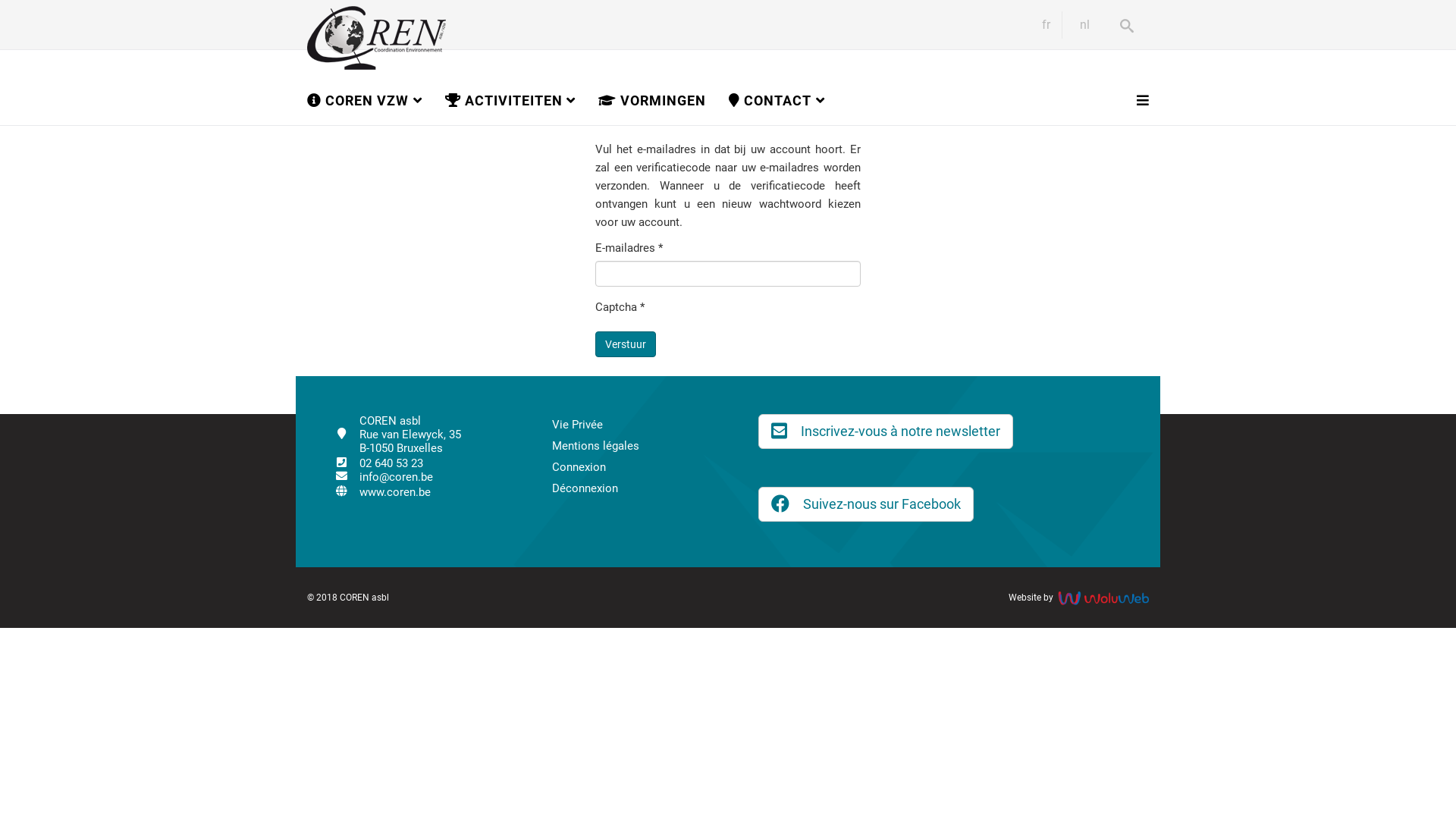  Describe the element at coordinates (866, 504) in the screenshot. I see `'Suivez-nous sur Facebook'` at that location.